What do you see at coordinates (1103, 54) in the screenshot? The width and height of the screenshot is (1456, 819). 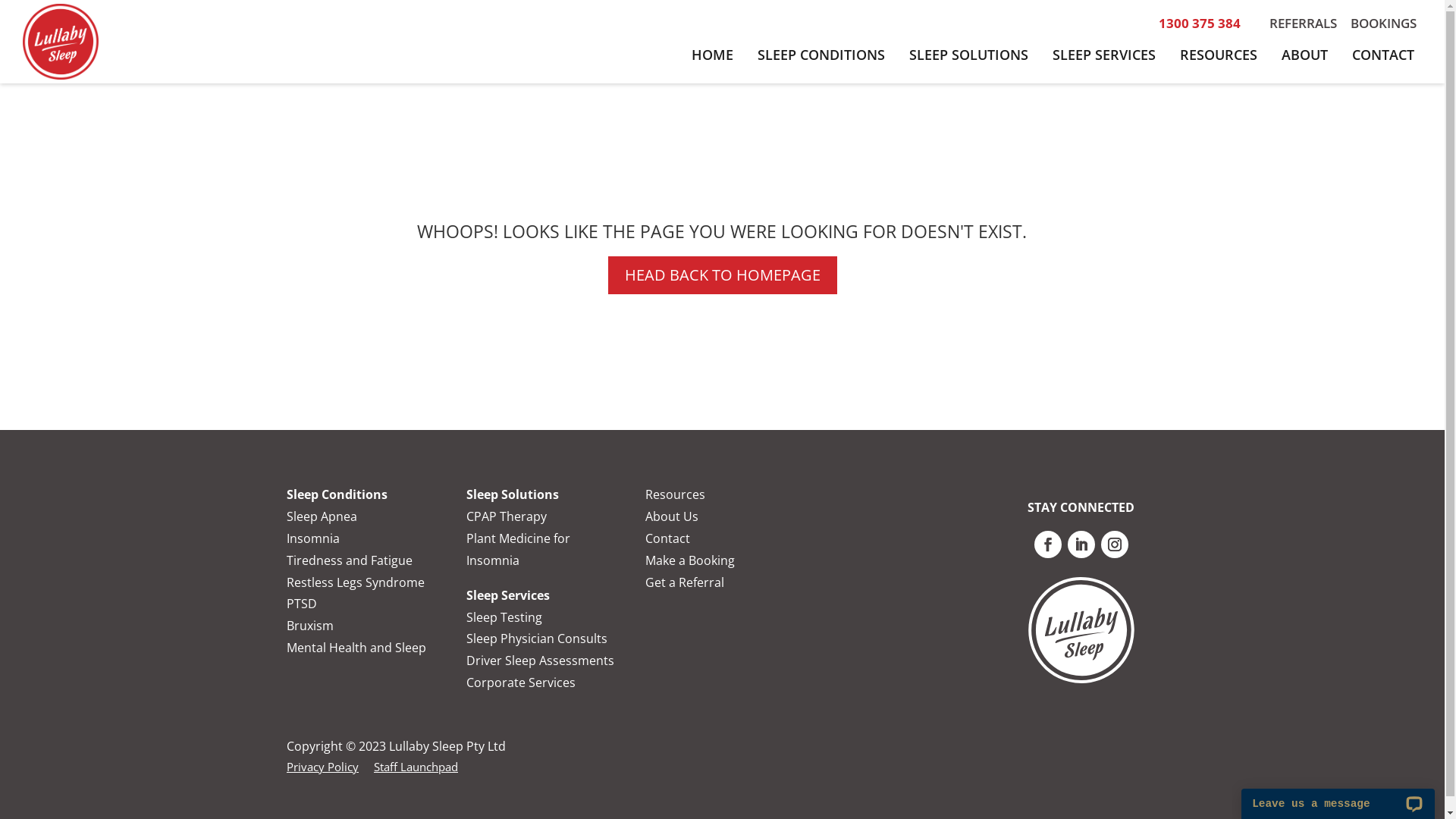 I see `'SLEEP SERVICES'` at bounding box center [1103, 54].